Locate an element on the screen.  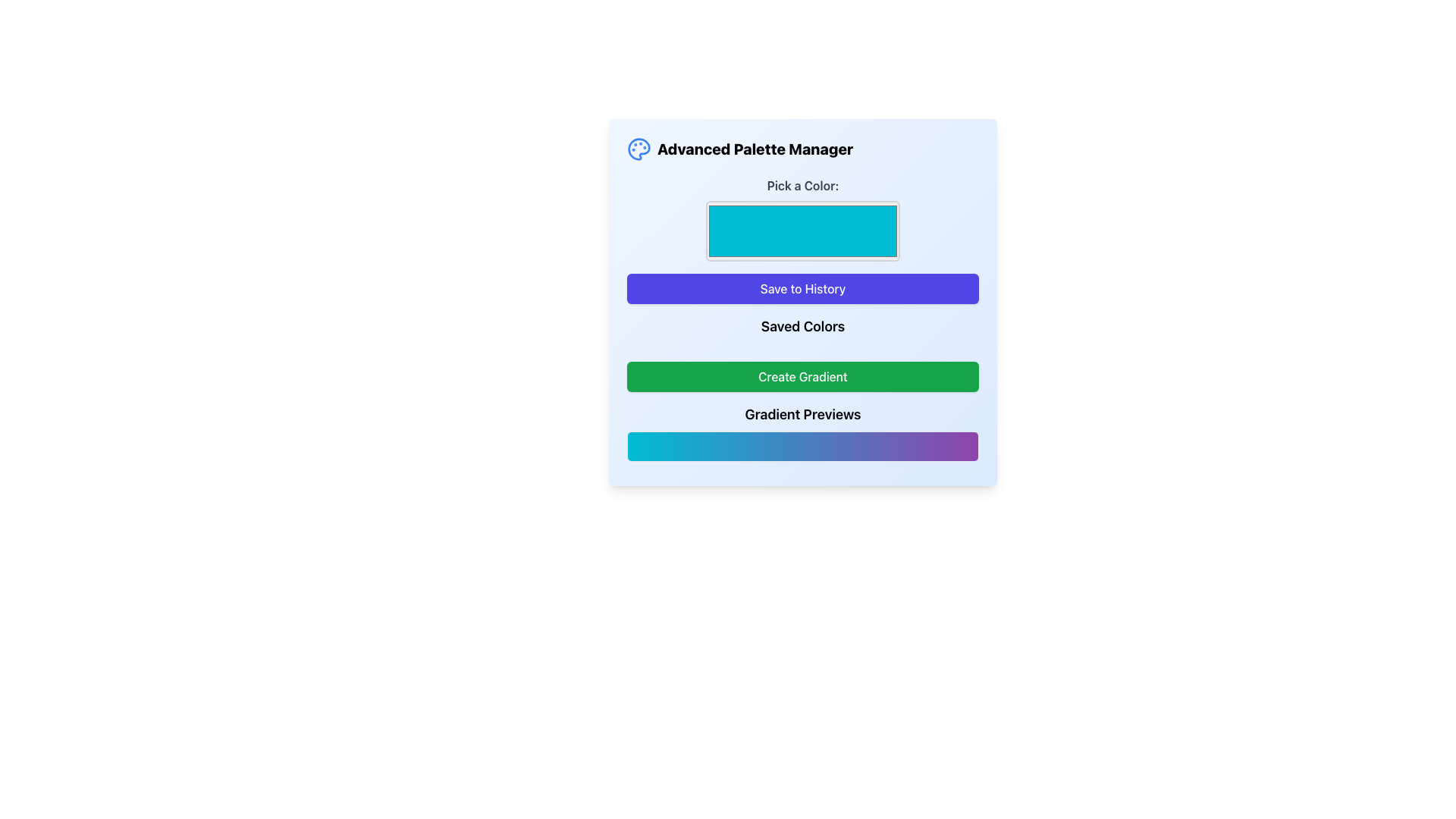
the horizontally-oriented rectangular section with a gradient background transitioning from blue to purple, labeled 'Gradient Previews', located below the 'Create Gradient' button is located at coordinates (802, 432).